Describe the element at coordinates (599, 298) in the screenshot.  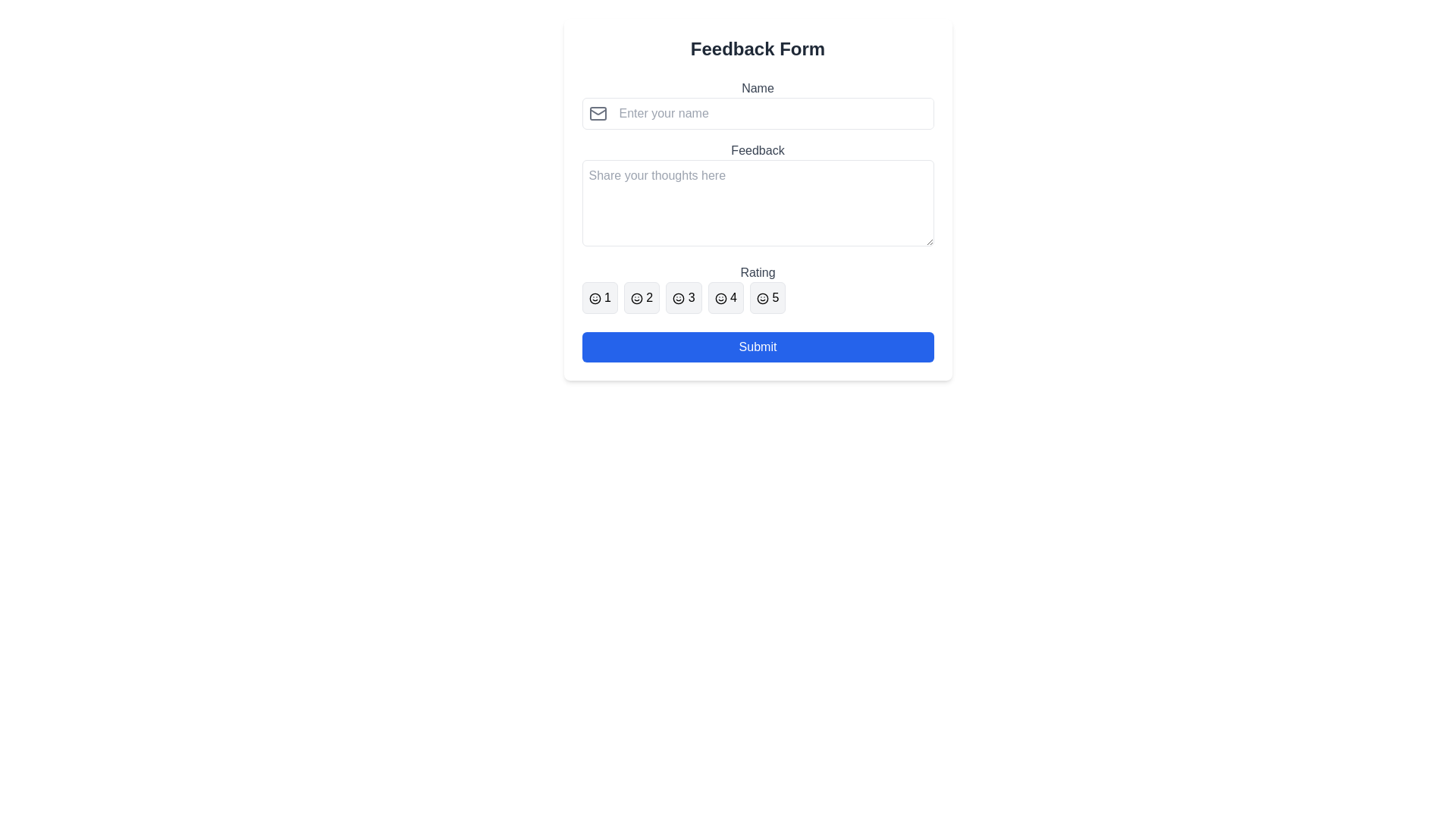
I see `the small button with rounded corners and a smiley face icon` at that location.